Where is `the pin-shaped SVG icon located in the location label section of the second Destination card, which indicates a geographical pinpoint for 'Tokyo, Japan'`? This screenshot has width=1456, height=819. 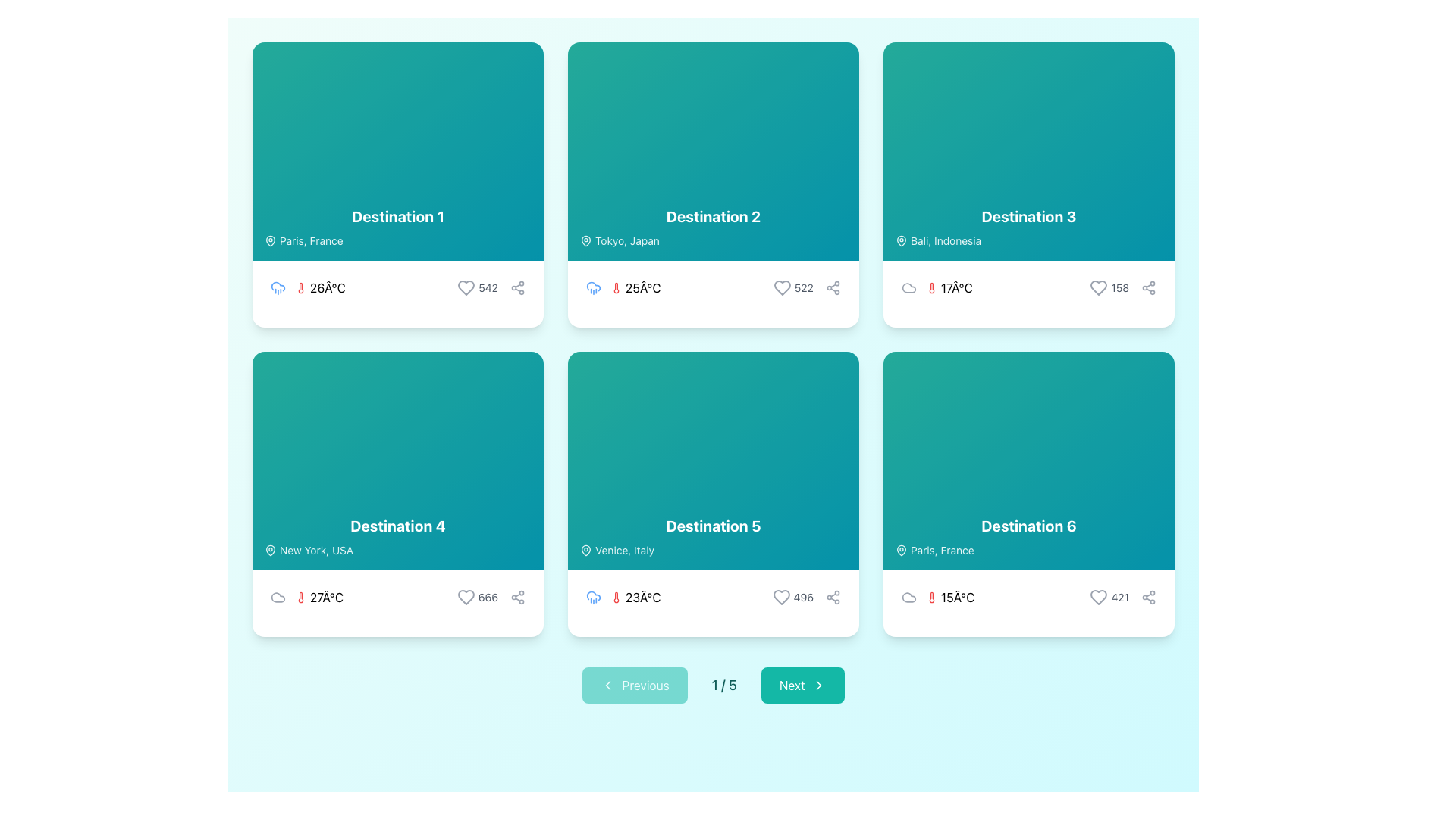
the pin-shaped SVG icon located in the location label section of the second Destination card, which indicates a geographical pinpoint for 'Tokyo, Japan' is located at coordinates (585, 239).